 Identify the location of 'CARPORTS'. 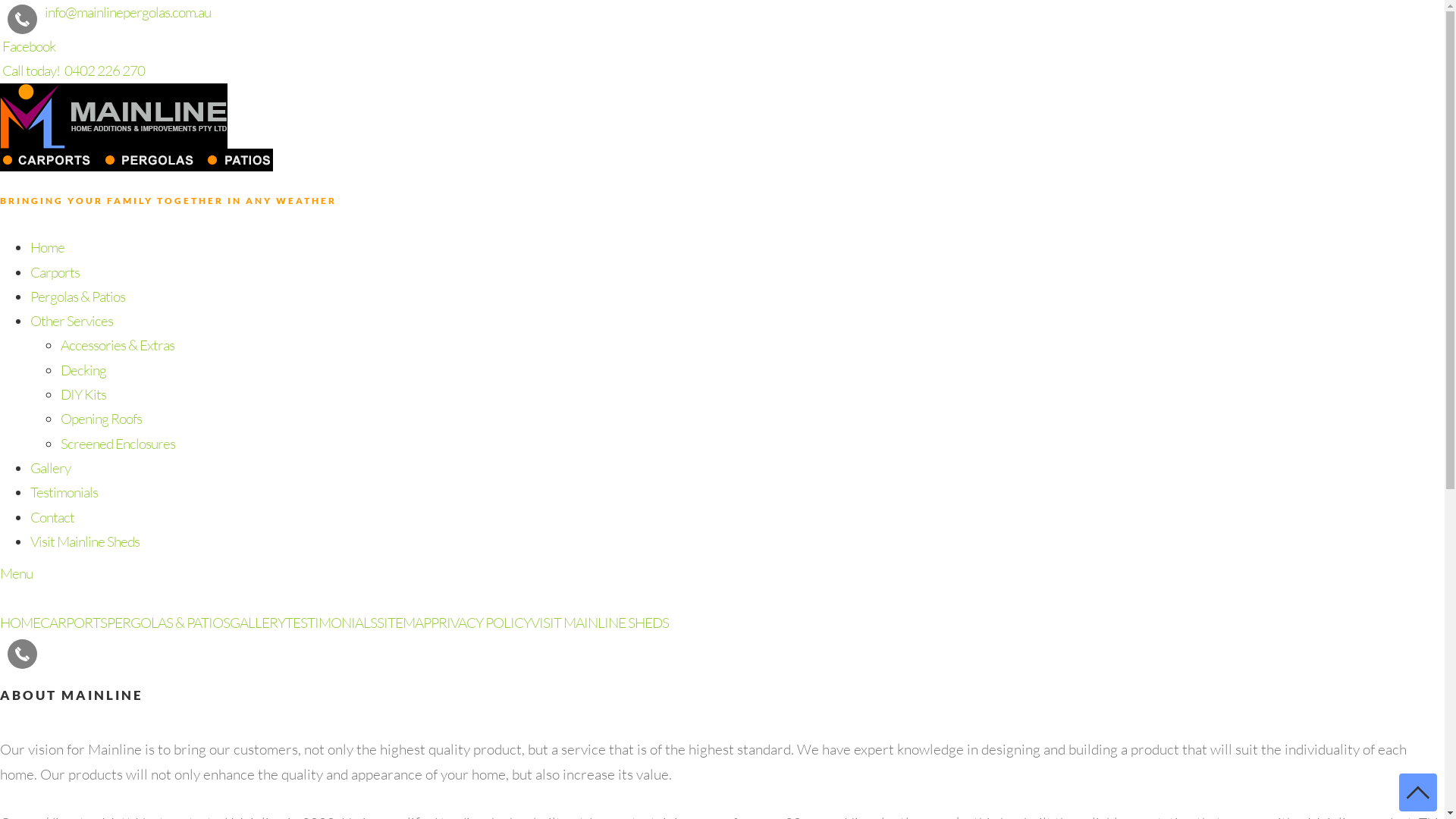
(39, 623).